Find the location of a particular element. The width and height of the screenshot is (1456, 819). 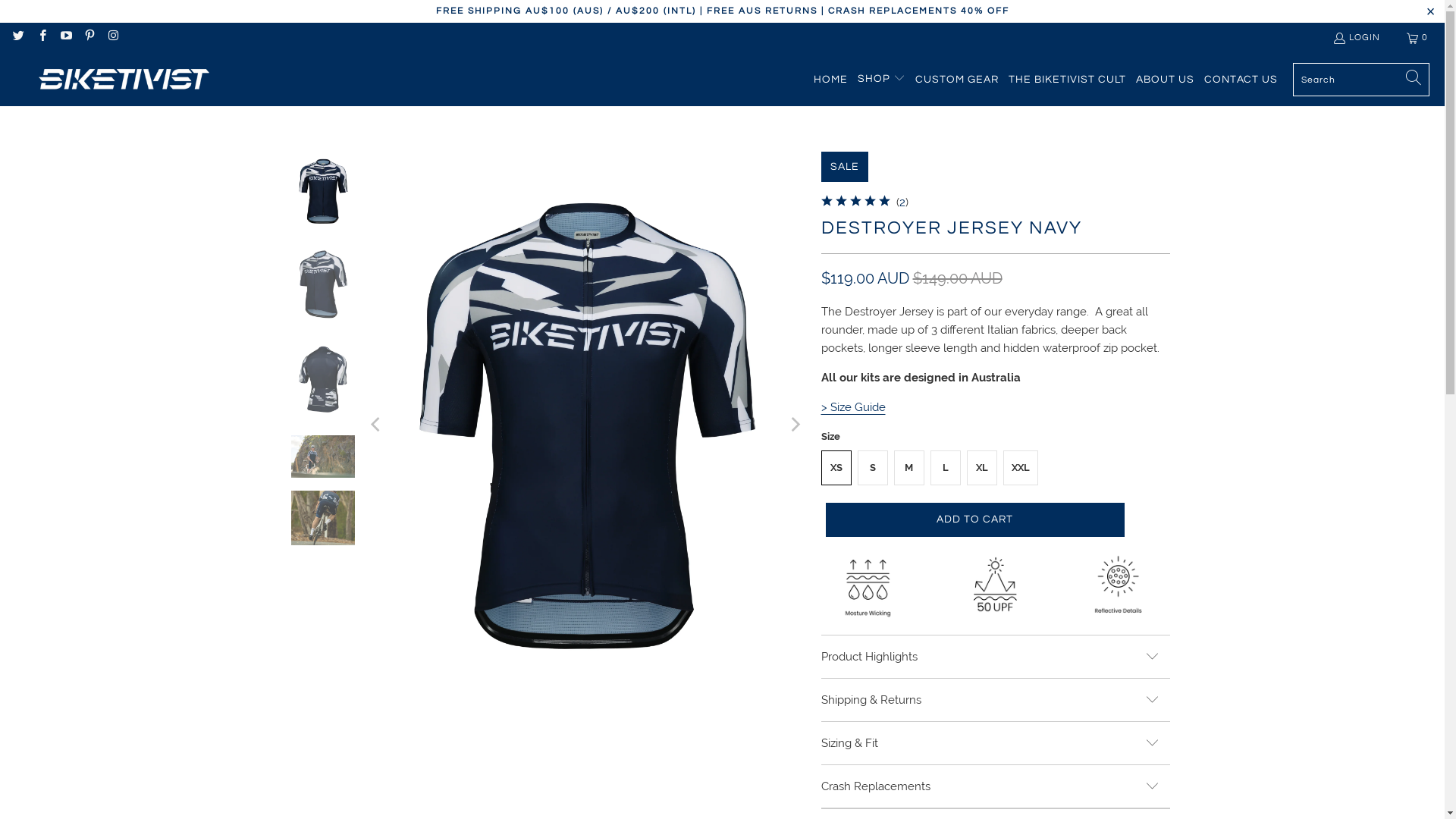

'Biketivist on Twitter' is located at coordinates (17, 36).